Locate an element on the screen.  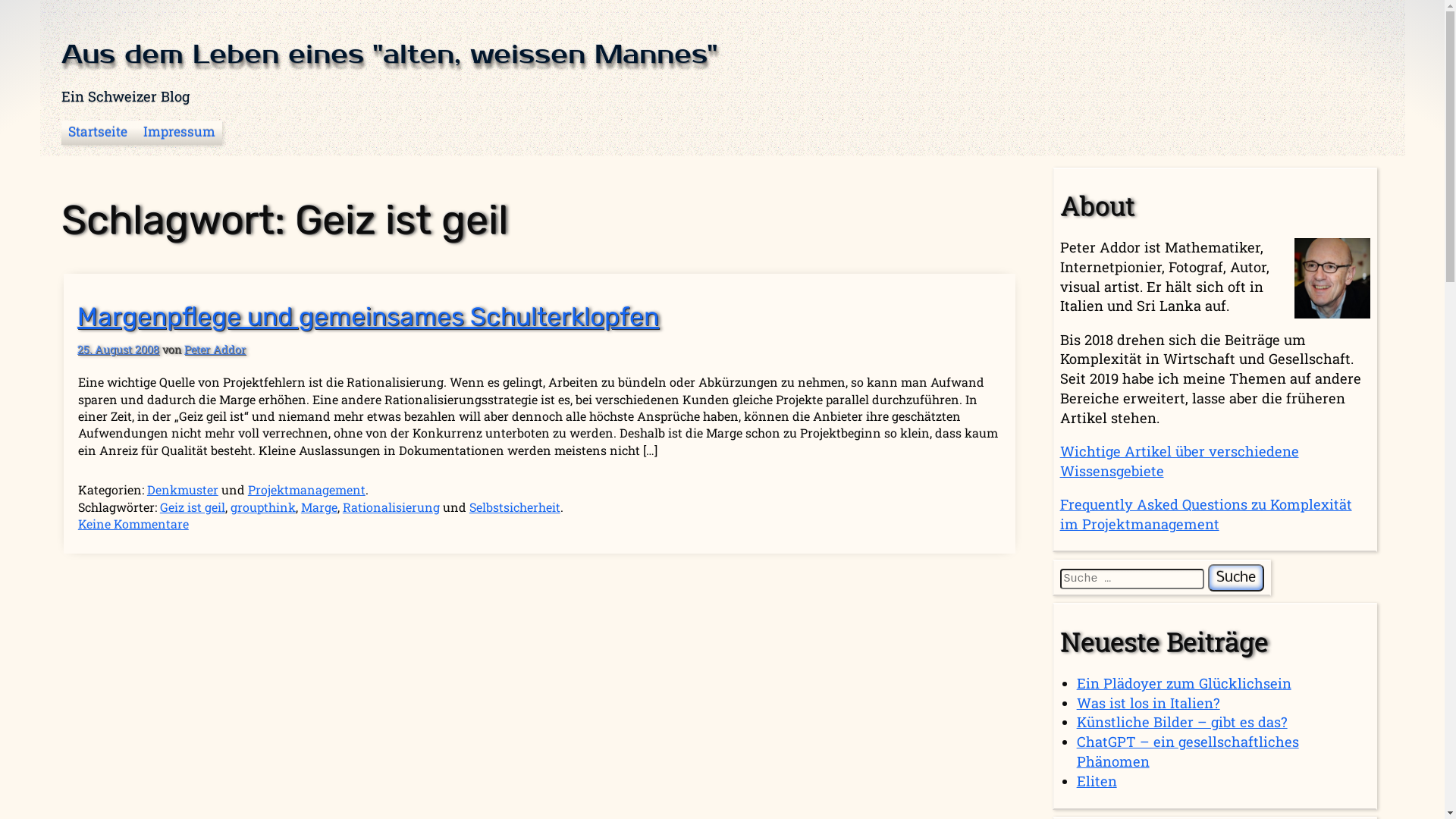
'Selbstsicherheit' is located at coordinates (514, 507).